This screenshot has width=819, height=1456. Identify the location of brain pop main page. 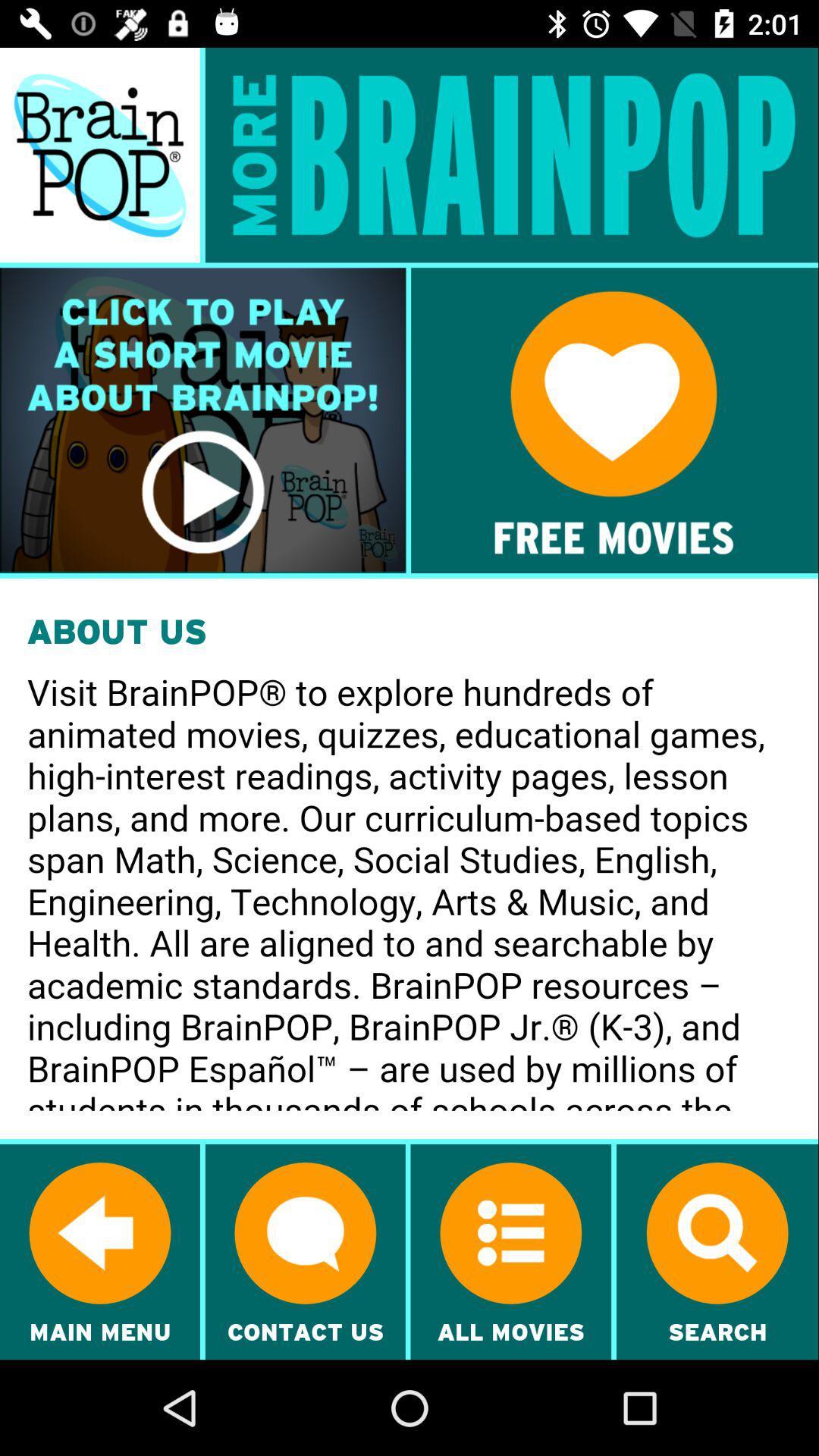
(99, 155).